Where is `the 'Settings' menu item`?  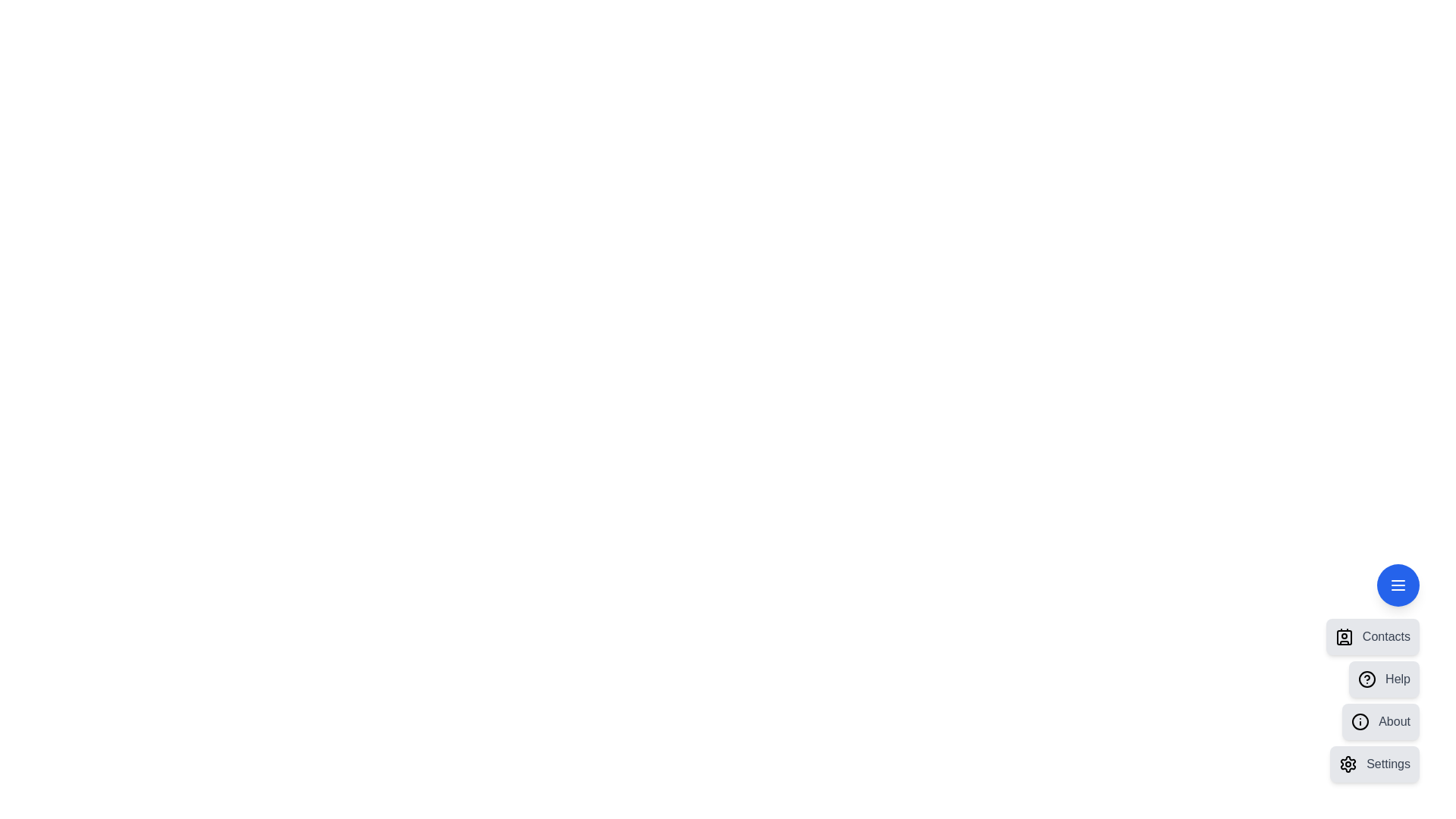 the 'Settings' menu item is located at coordinates (1375, 764).